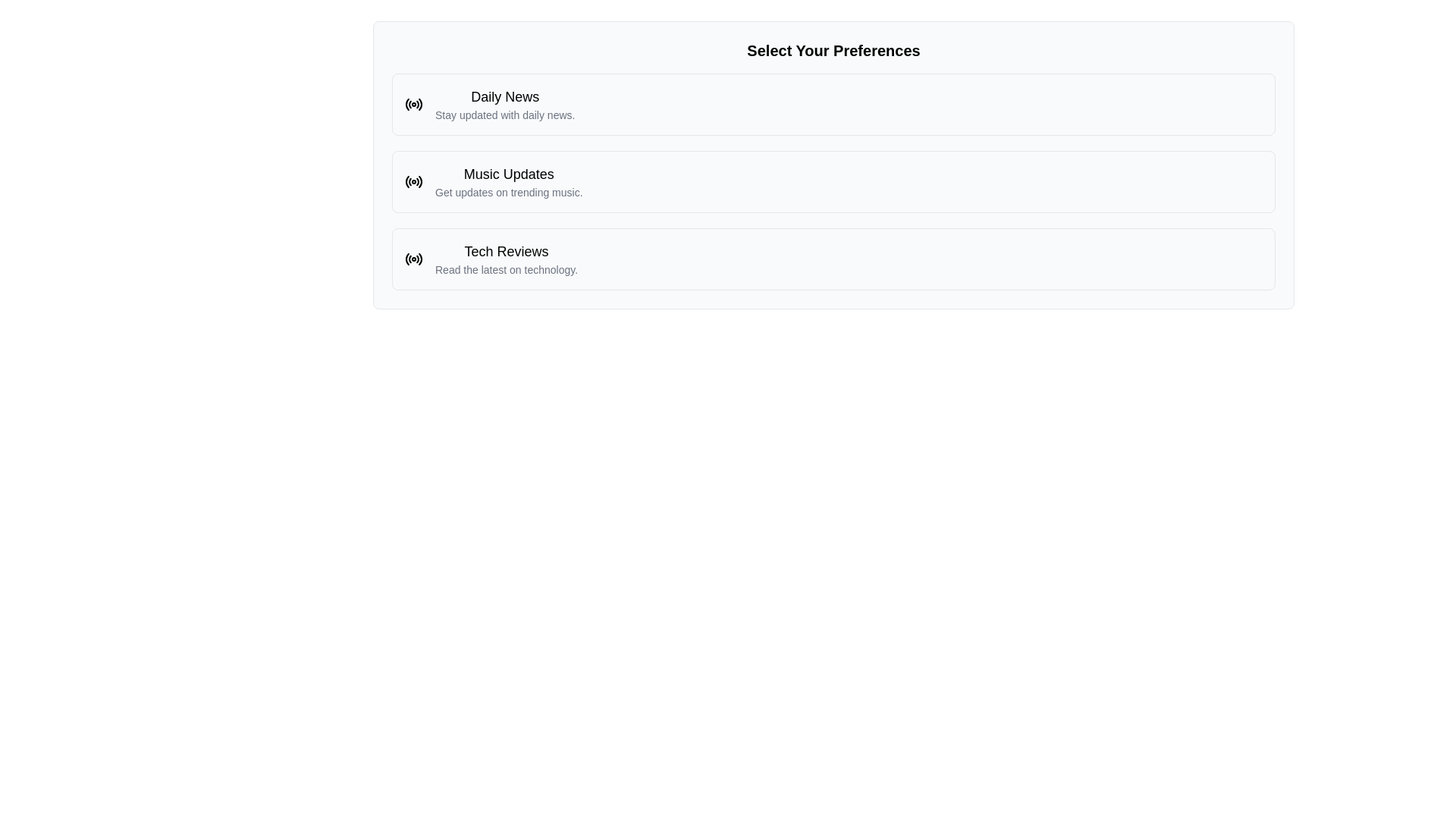  Describe the element at coordinates (414, 259) in the screenshot. I see `the decorative icon located at the leftmost part of the 'Tech Reviews' option, adjacent to the option text` at that location.